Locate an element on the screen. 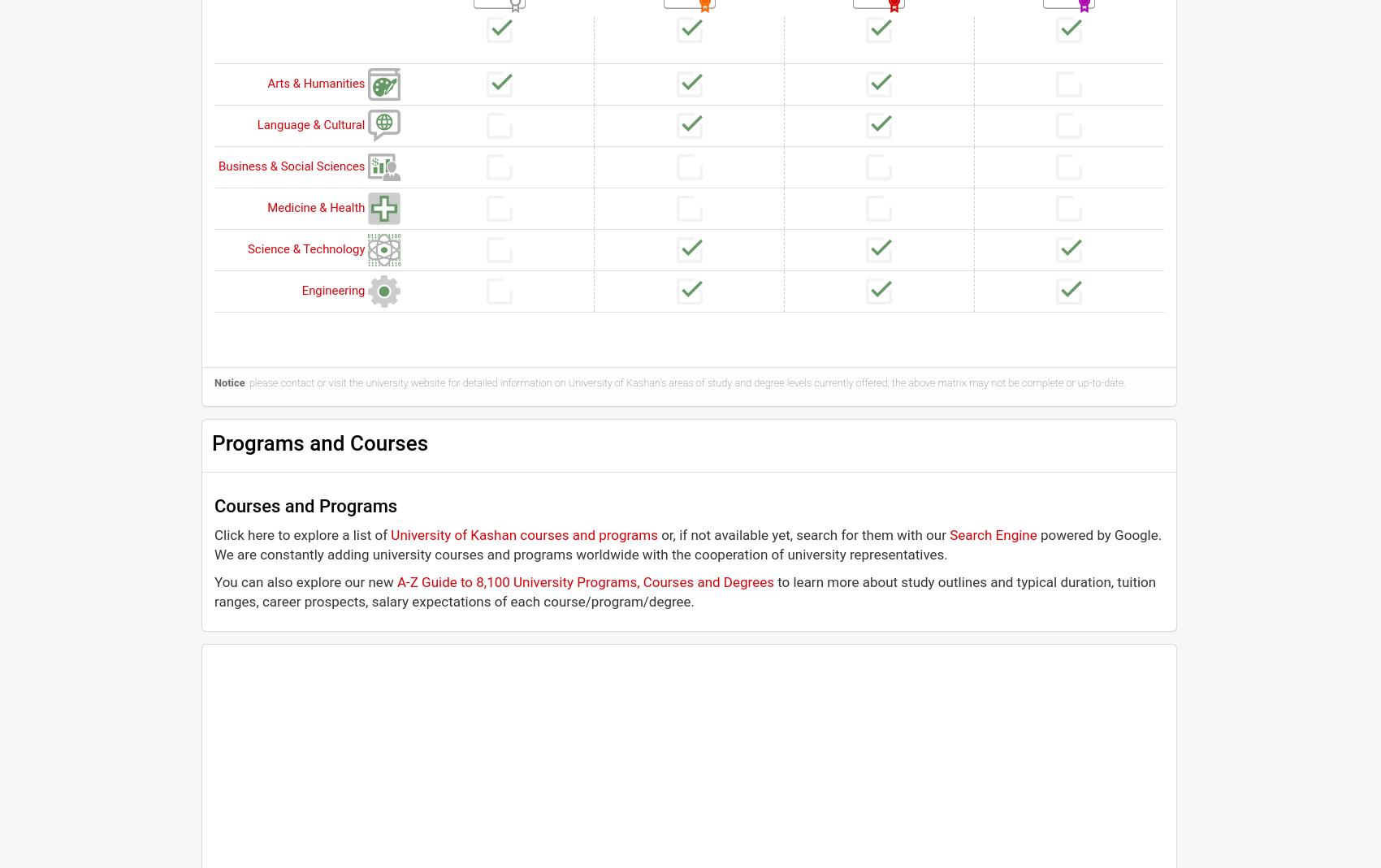 The image size is (1381, 868). 'Language & Cultural' is located at coordinates (311, 123).